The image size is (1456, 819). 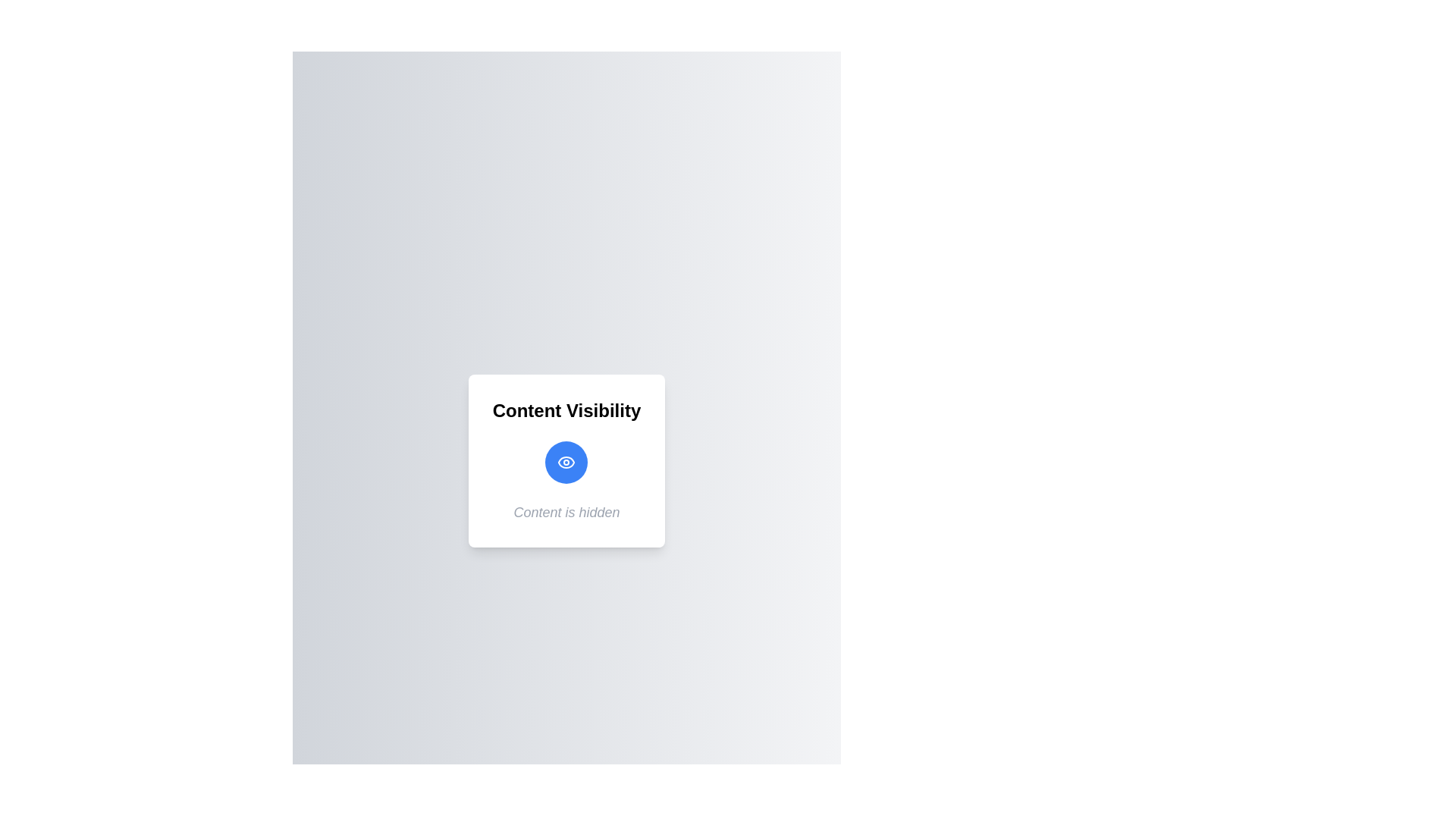 I want to click on the visibility toggle button to change the visibility state of the content, so click(x=566, y=461).